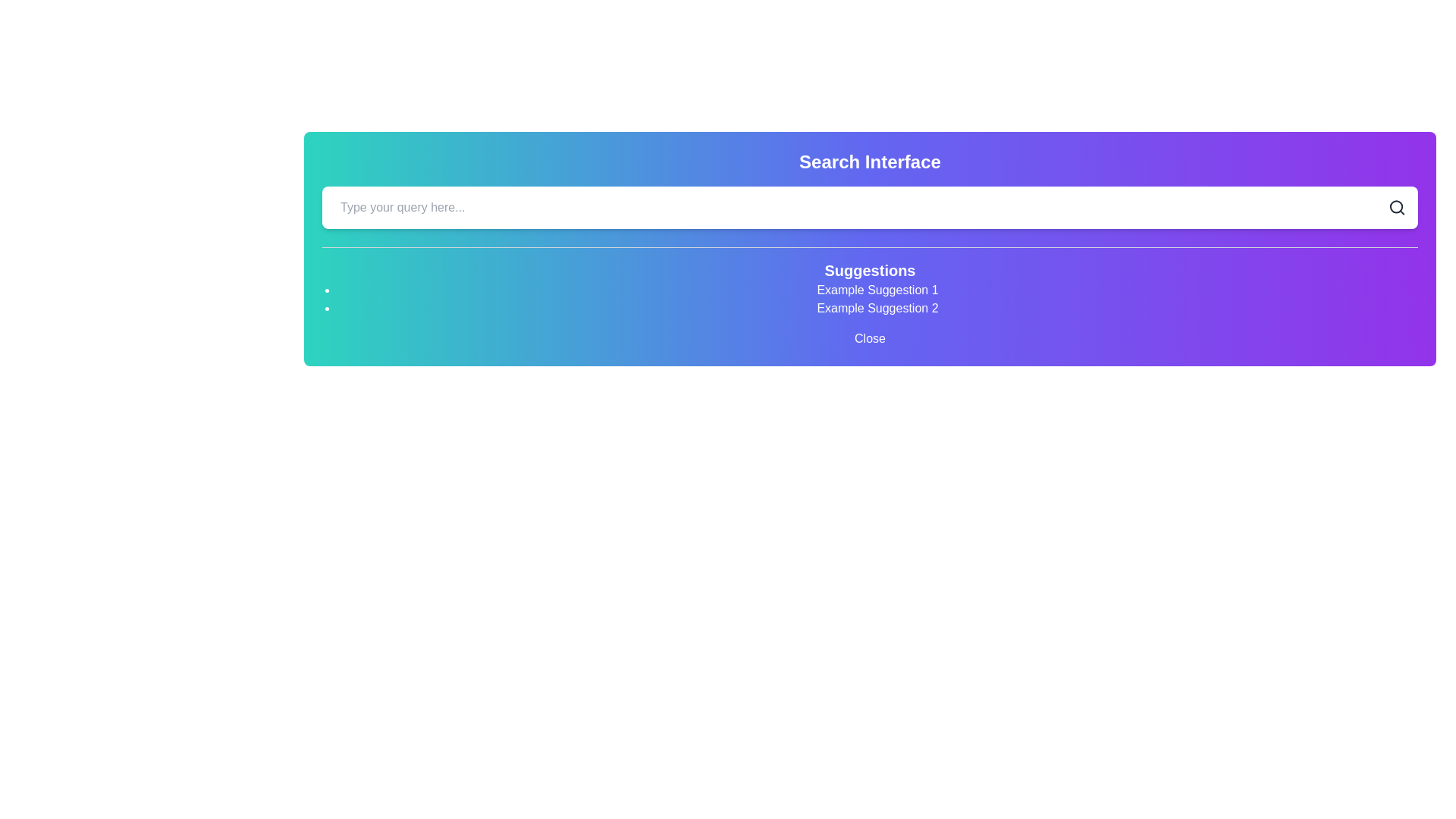  What do you see at coordinates (877, 308) in the screenshot?
I see `the clickable text item displaying 'Example Suggestion 2' to change its appearance` at bounding box center [877, 308].